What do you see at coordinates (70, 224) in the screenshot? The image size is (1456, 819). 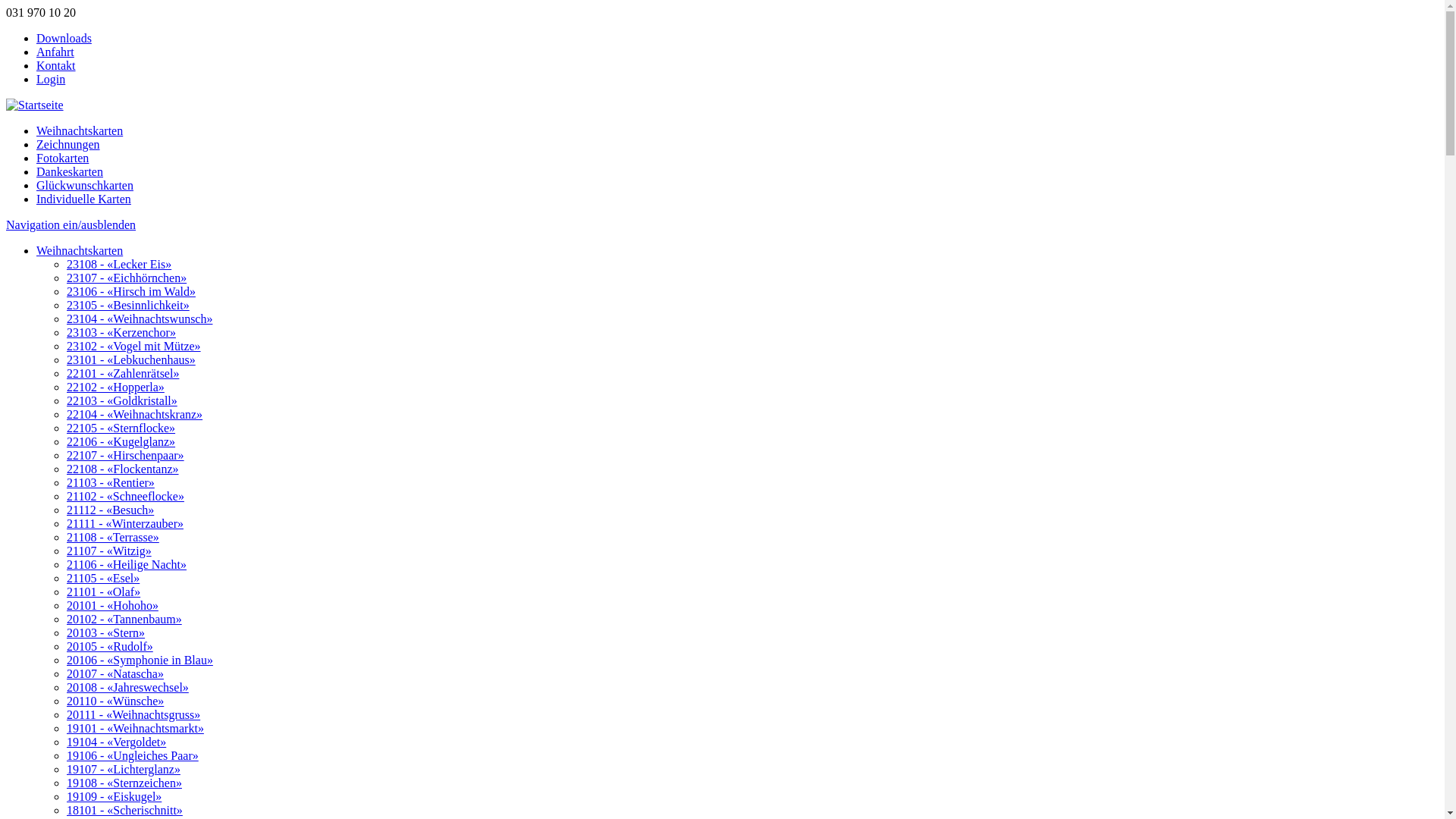 I see `'Navigation ein/ausblenden'` at bounding box center [70, 224].